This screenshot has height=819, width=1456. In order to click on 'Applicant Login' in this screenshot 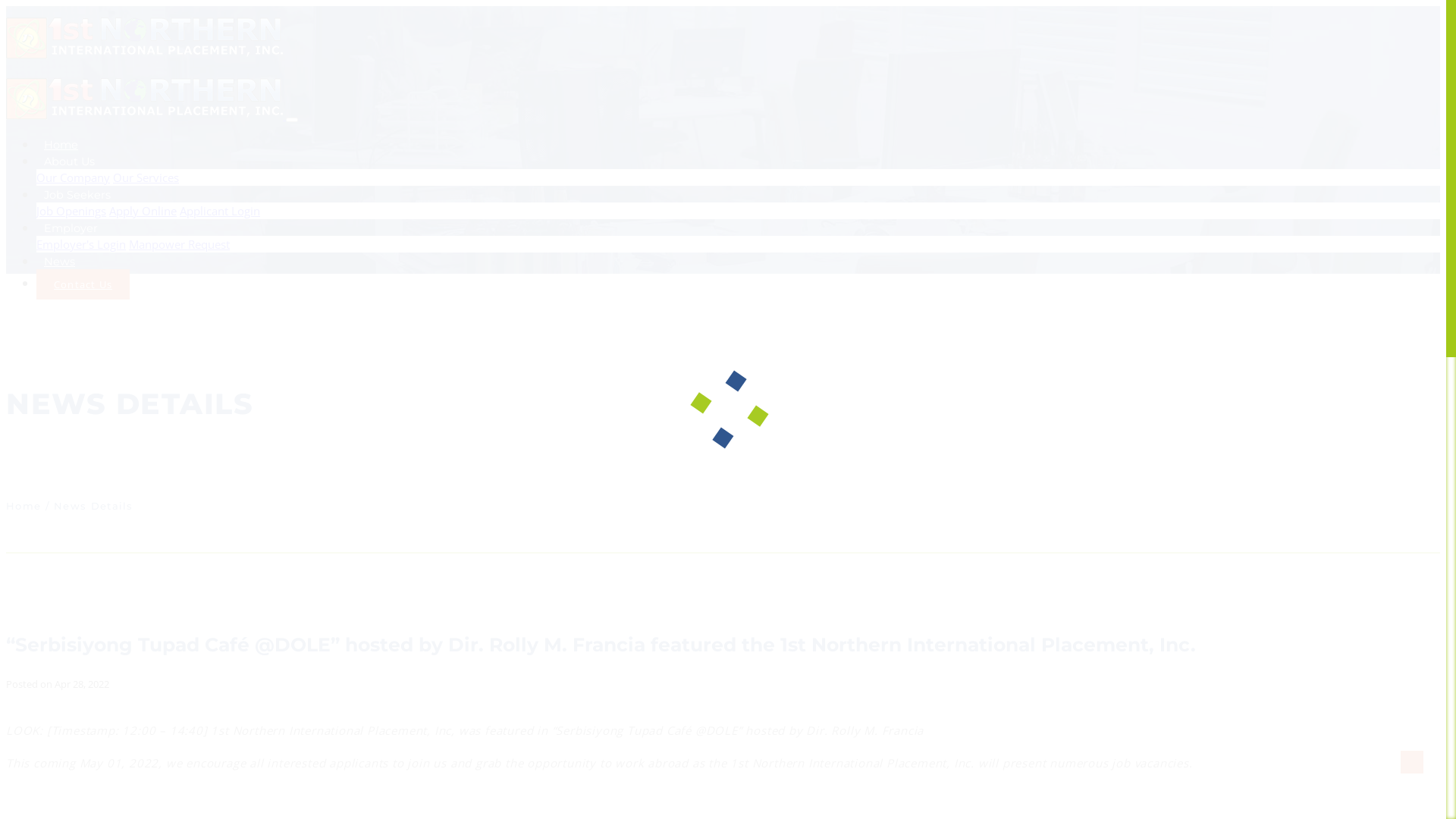, I will do `click(218, 211)`.